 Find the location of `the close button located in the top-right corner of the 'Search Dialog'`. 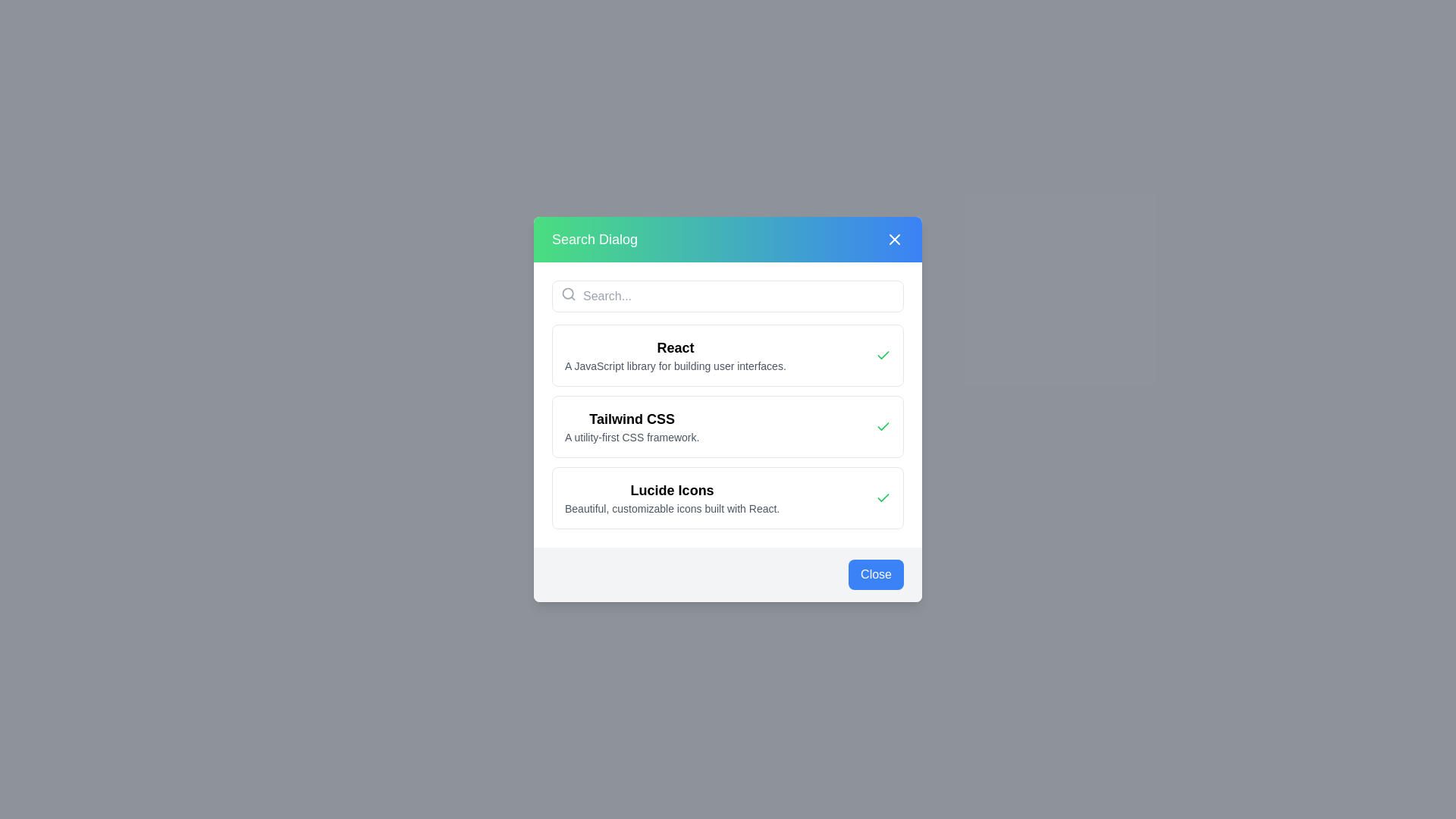

the close button located in the top-right corner of the 'Search Dialog' is located at coordinates (895, 239).